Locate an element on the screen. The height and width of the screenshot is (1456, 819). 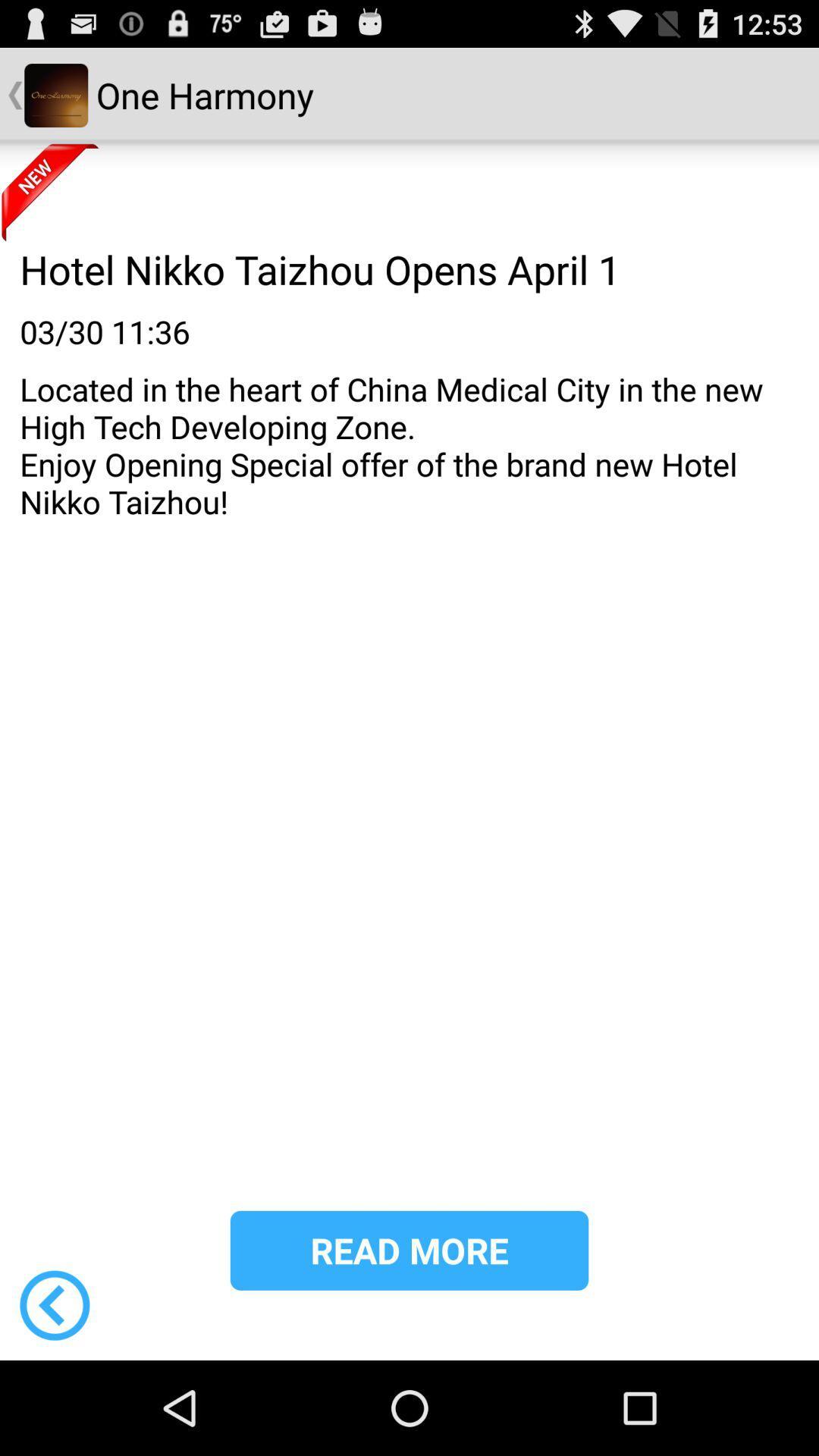
go back is located at coordinates (54, 1304).